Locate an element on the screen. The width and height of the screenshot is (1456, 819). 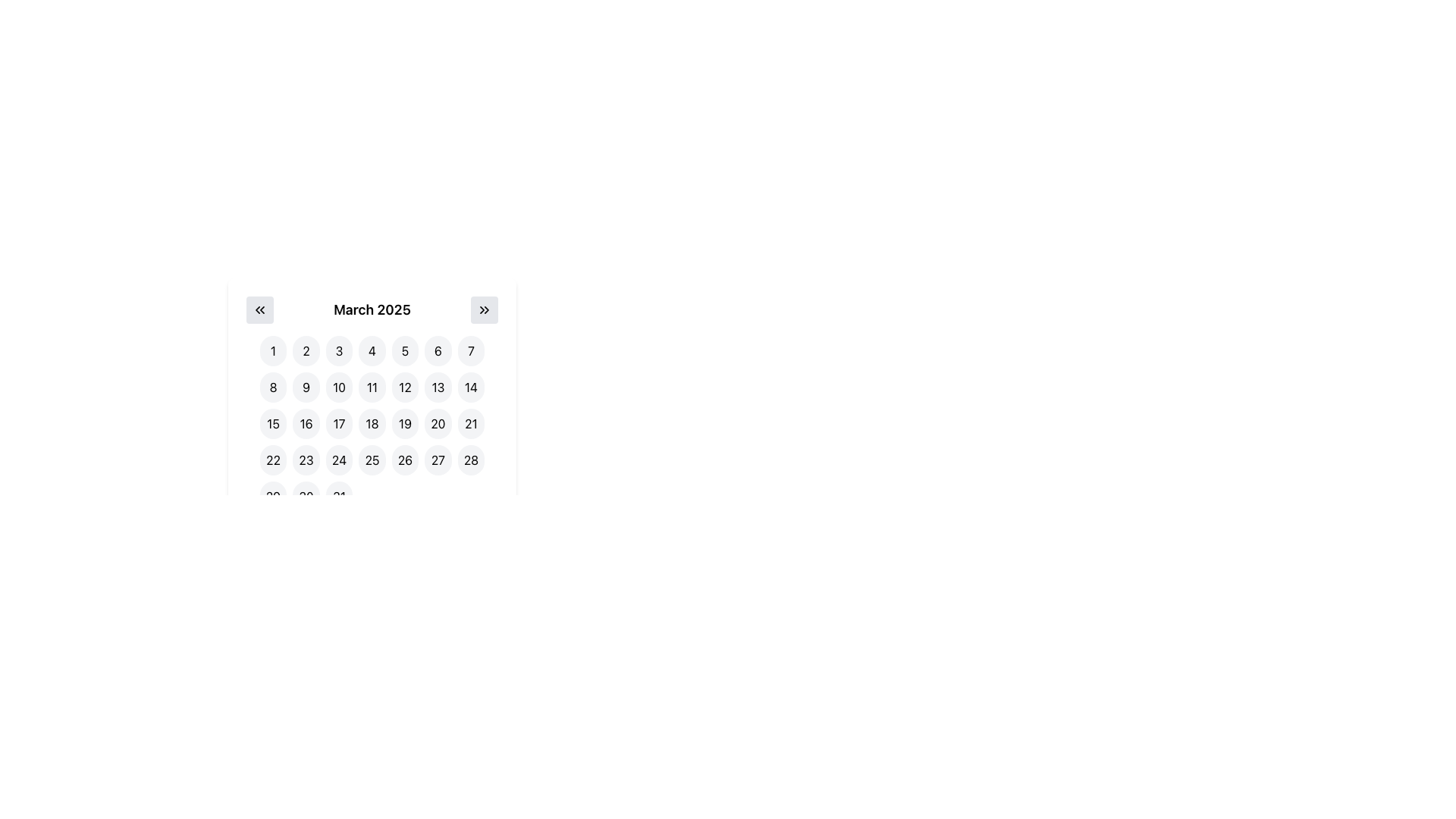
the rounded button with a gray background and the number '21' centered in bold black text is located at coordinates (470, 424).